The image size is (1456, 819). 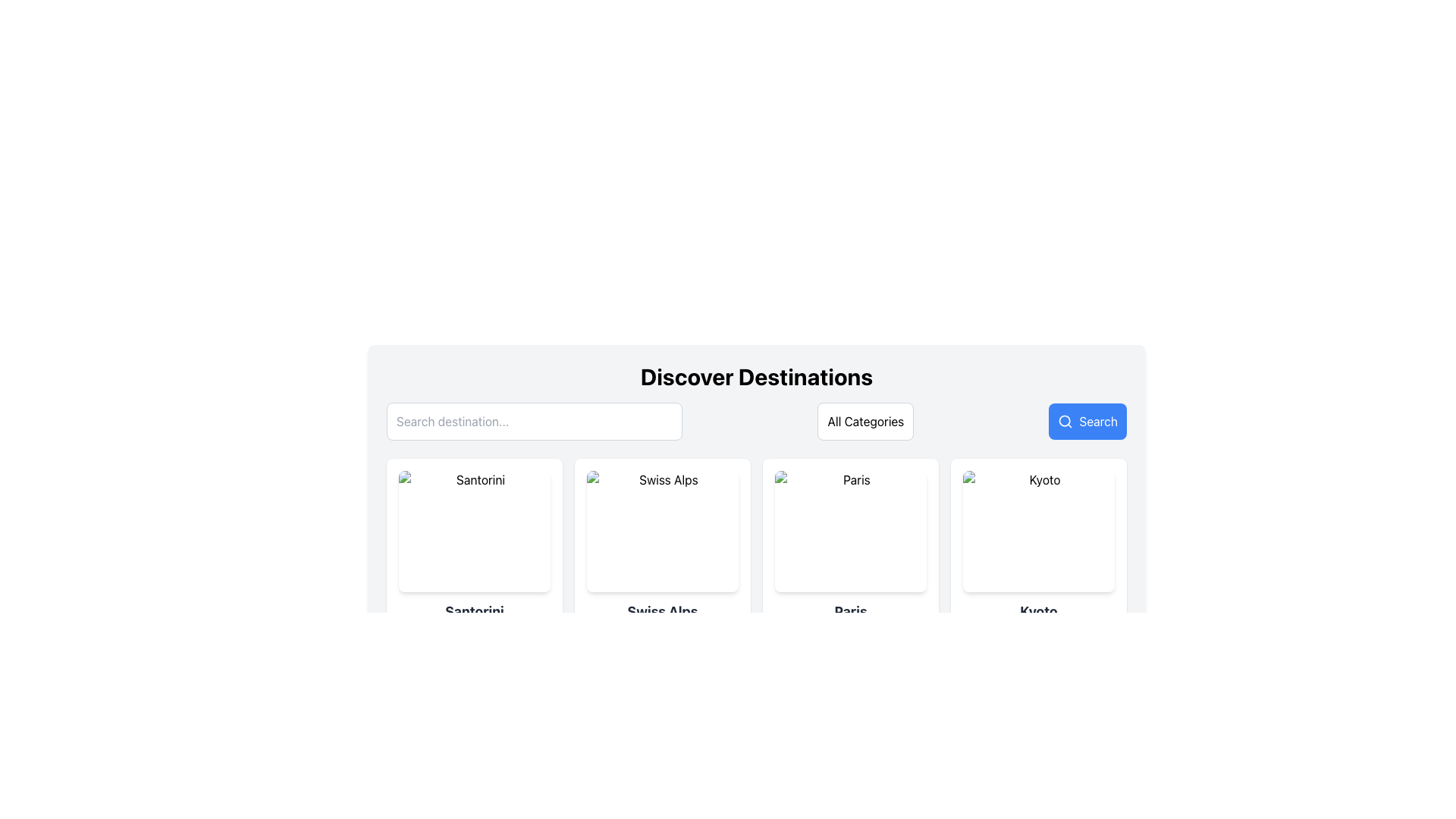 What do you see at coordinates (662, 635) in the screenshot?
I see `the Rating component located below the title 'Swiss Alps', positioned at the center of the card representing this destination` at bounding box center [662, 635].